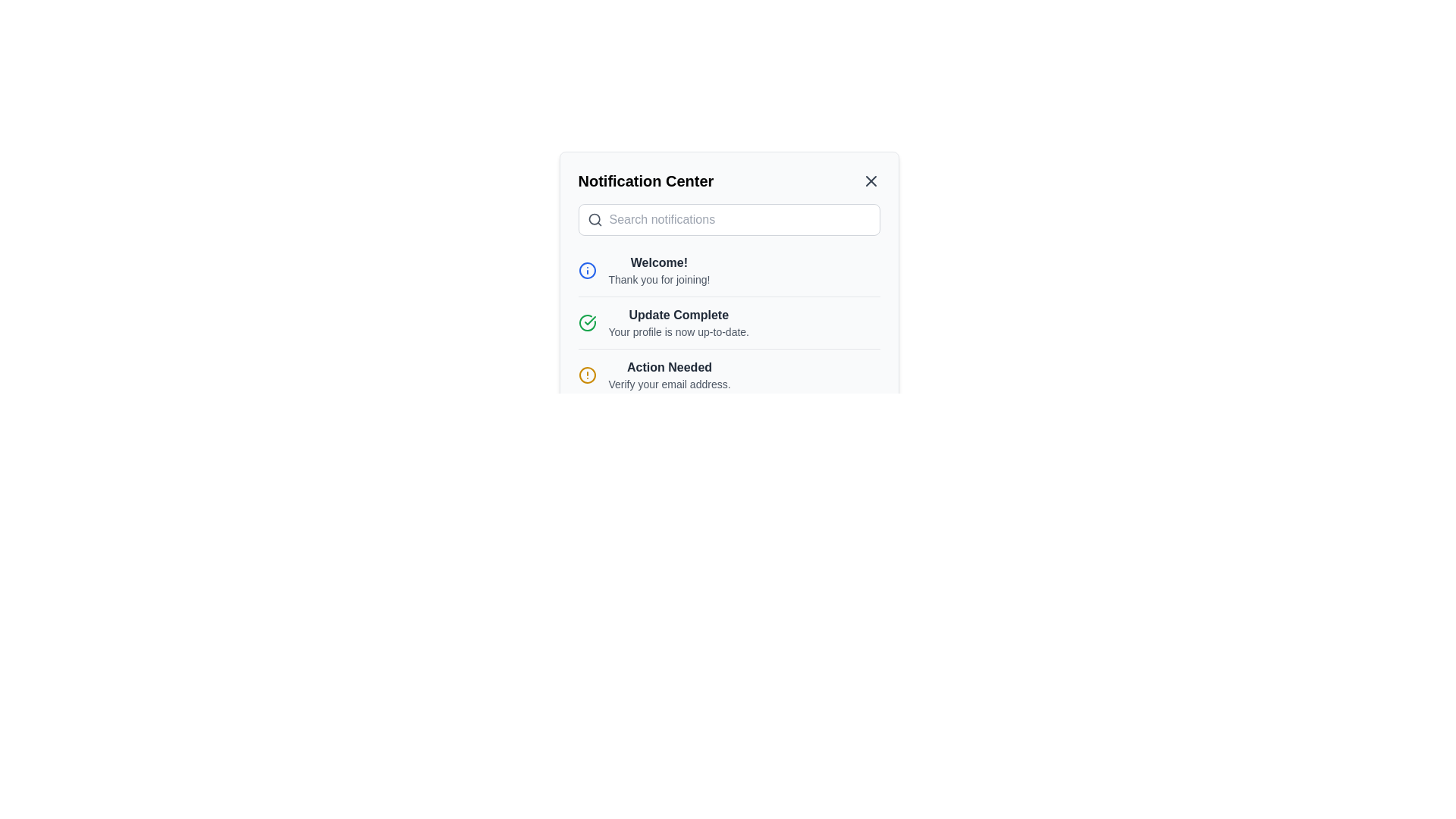 The image size is (1456, 819). What do you see at coordinates (593, 219) in the screenshot?
I see `the circular vector graphic within the magnifying glass icon, which represents the search functionality in the Notification Center modal` at bounding box center [593, 219].